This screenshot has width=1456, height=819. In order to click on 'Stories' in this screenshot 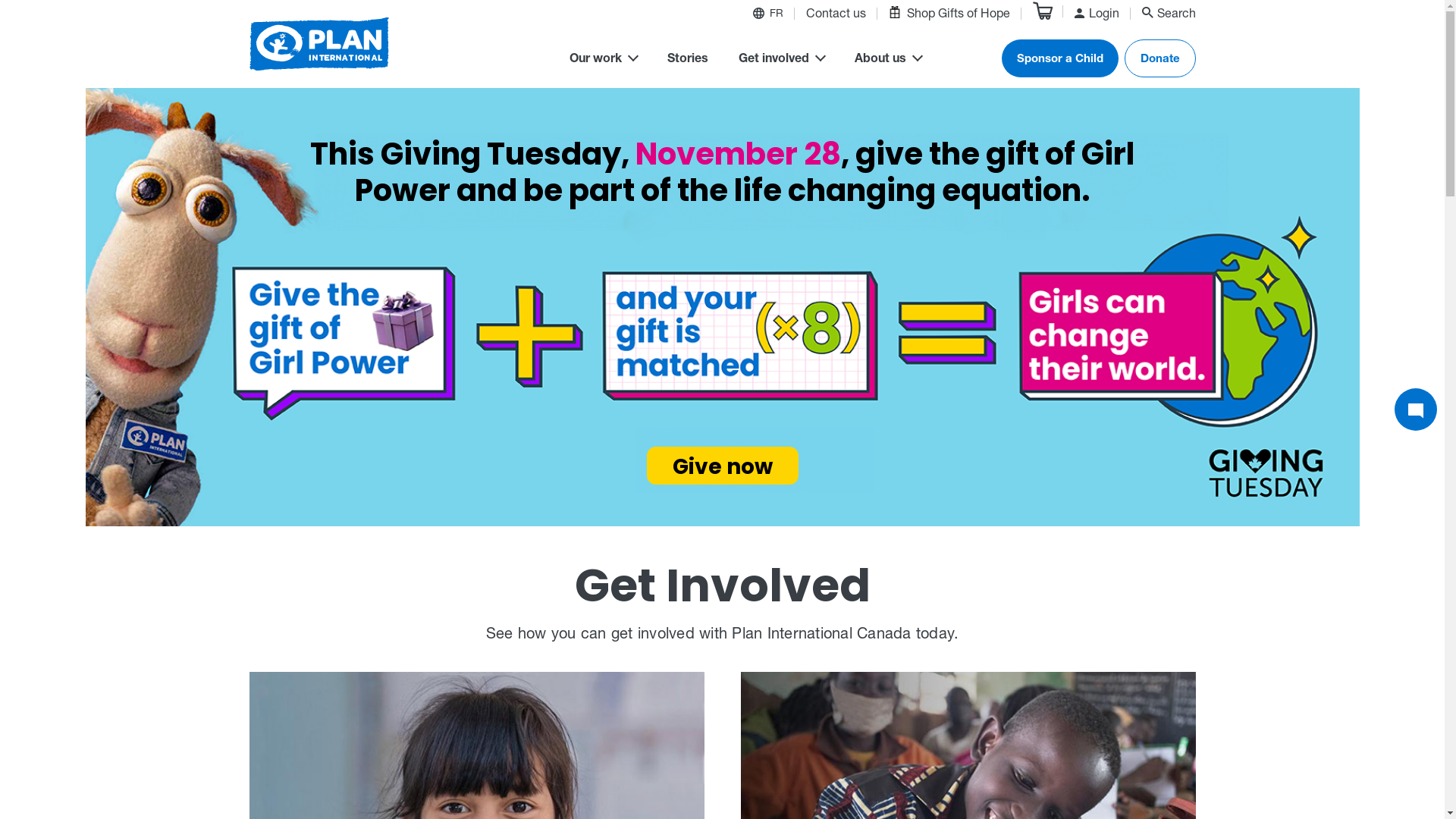, I will do `click(687, 60)`.